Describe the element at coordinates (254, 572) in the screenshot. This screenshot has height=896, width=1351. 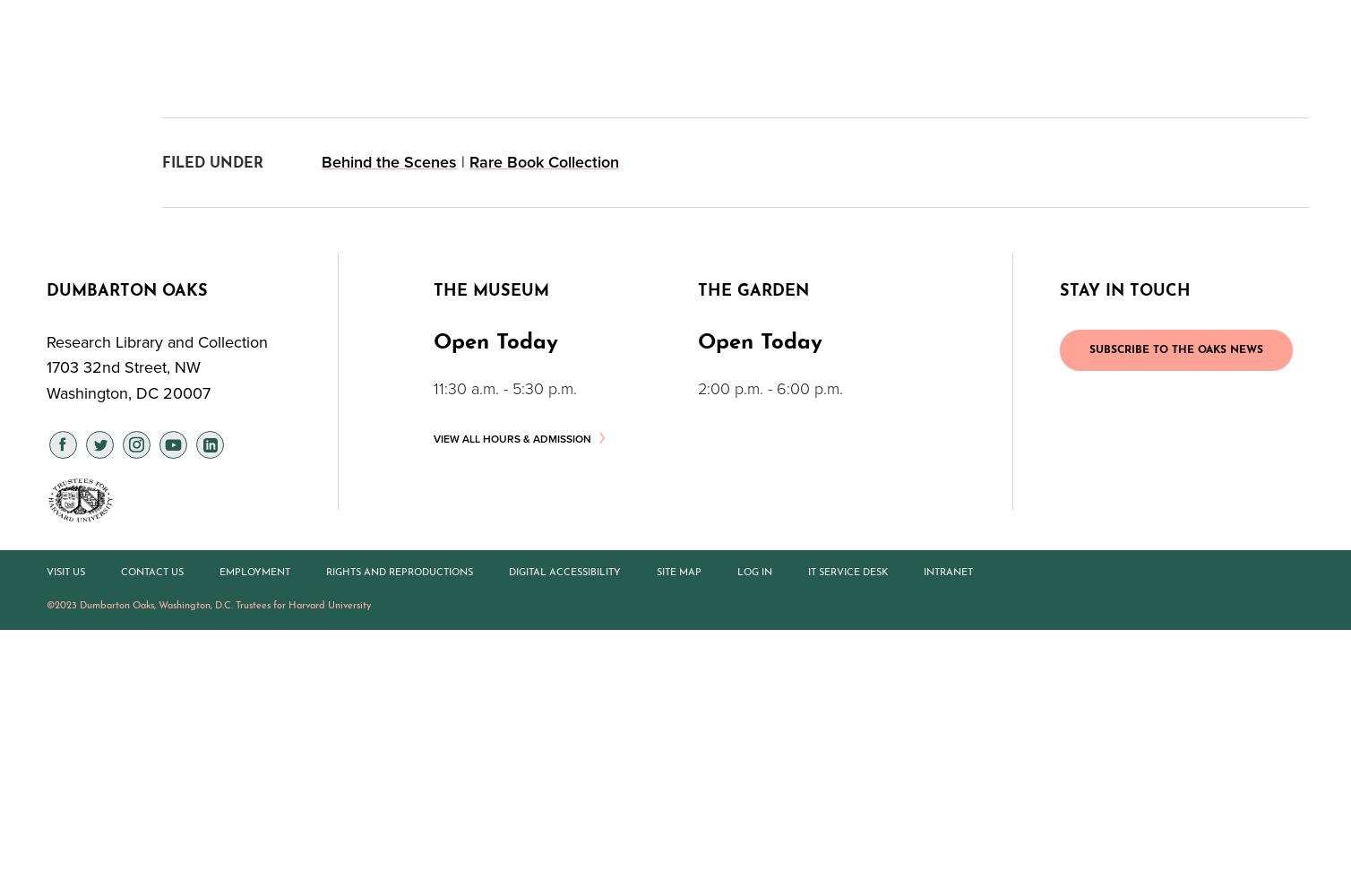
I see `'Employment'` at that location.